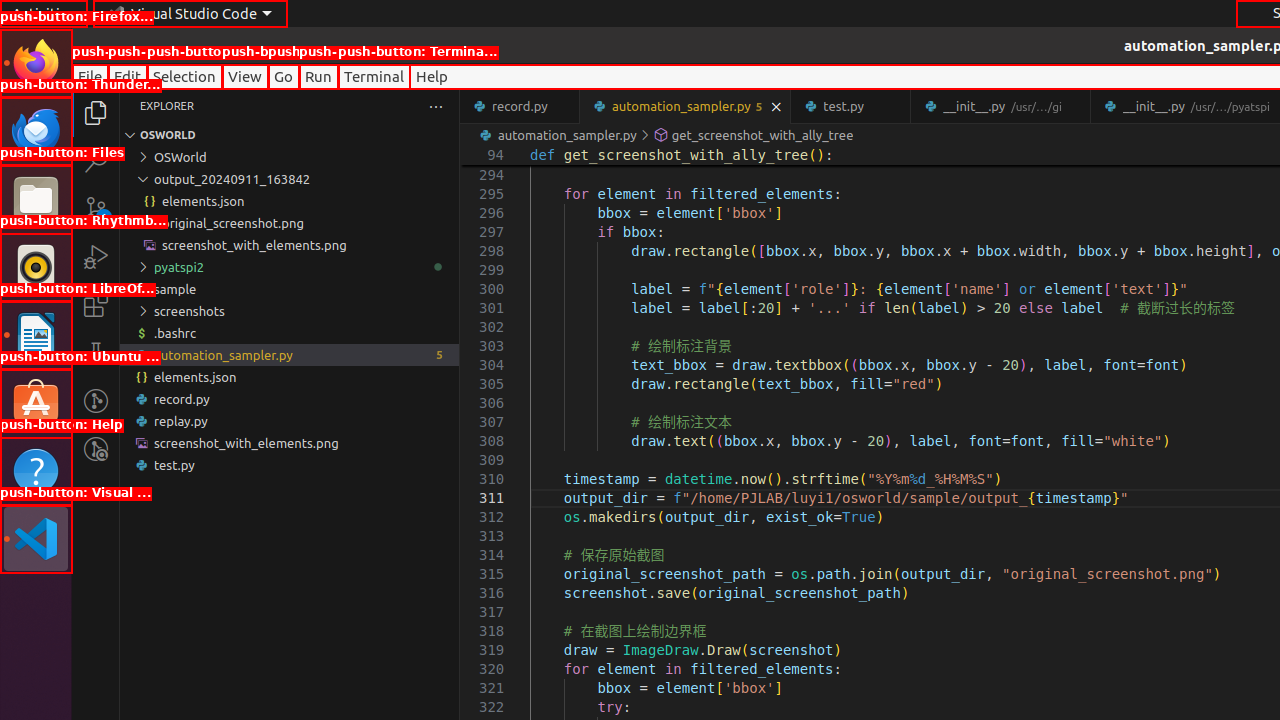 The height and width of the screenshot is (720, 1280). What do you see at coordinates (35, 61) in the screenshot?
I see `'Firefox Web Browser'` at bounding box center [35, 61].